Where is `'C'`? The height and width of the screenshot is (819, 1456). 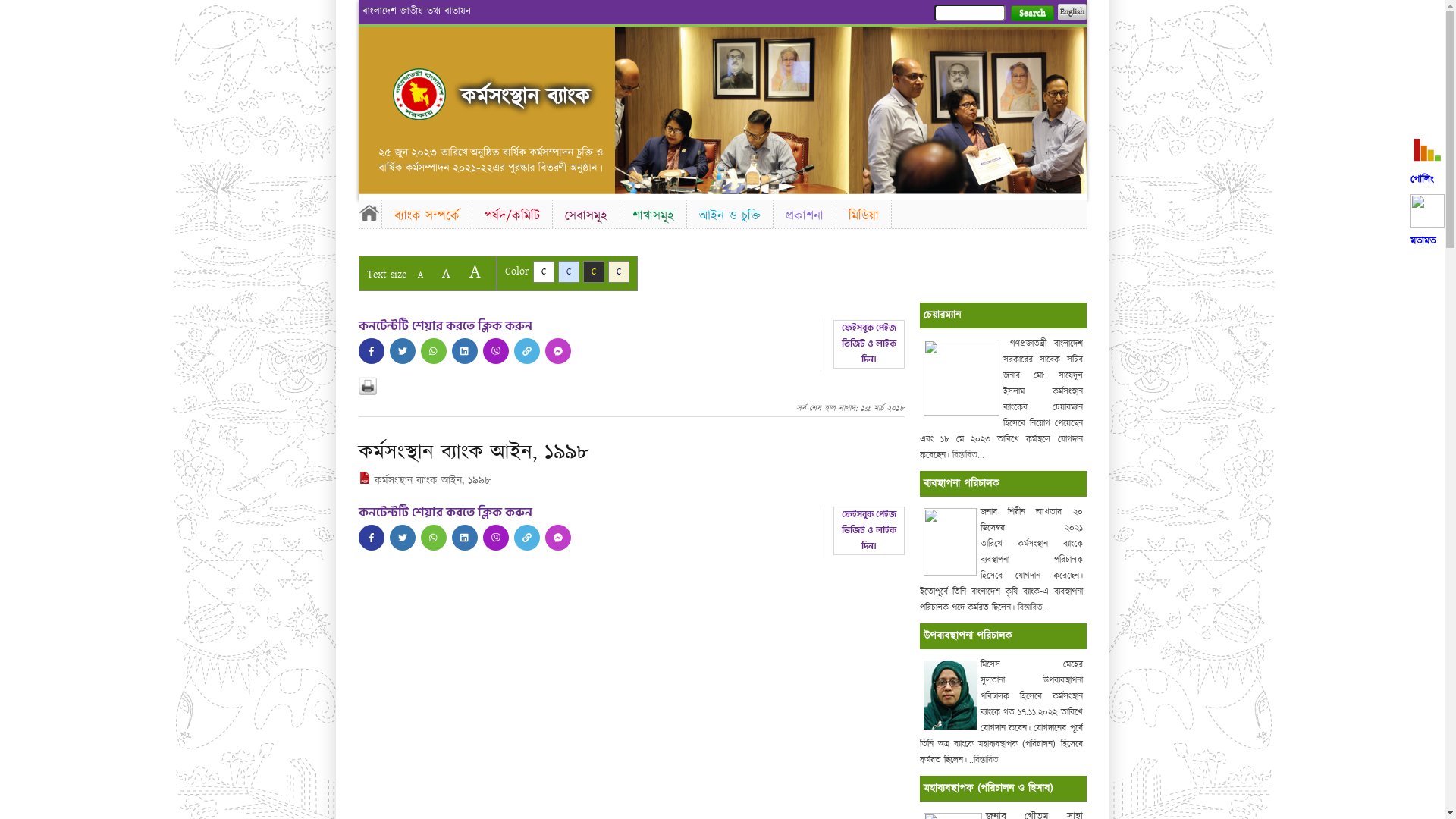
'C' is located at coordinates (592, 271).